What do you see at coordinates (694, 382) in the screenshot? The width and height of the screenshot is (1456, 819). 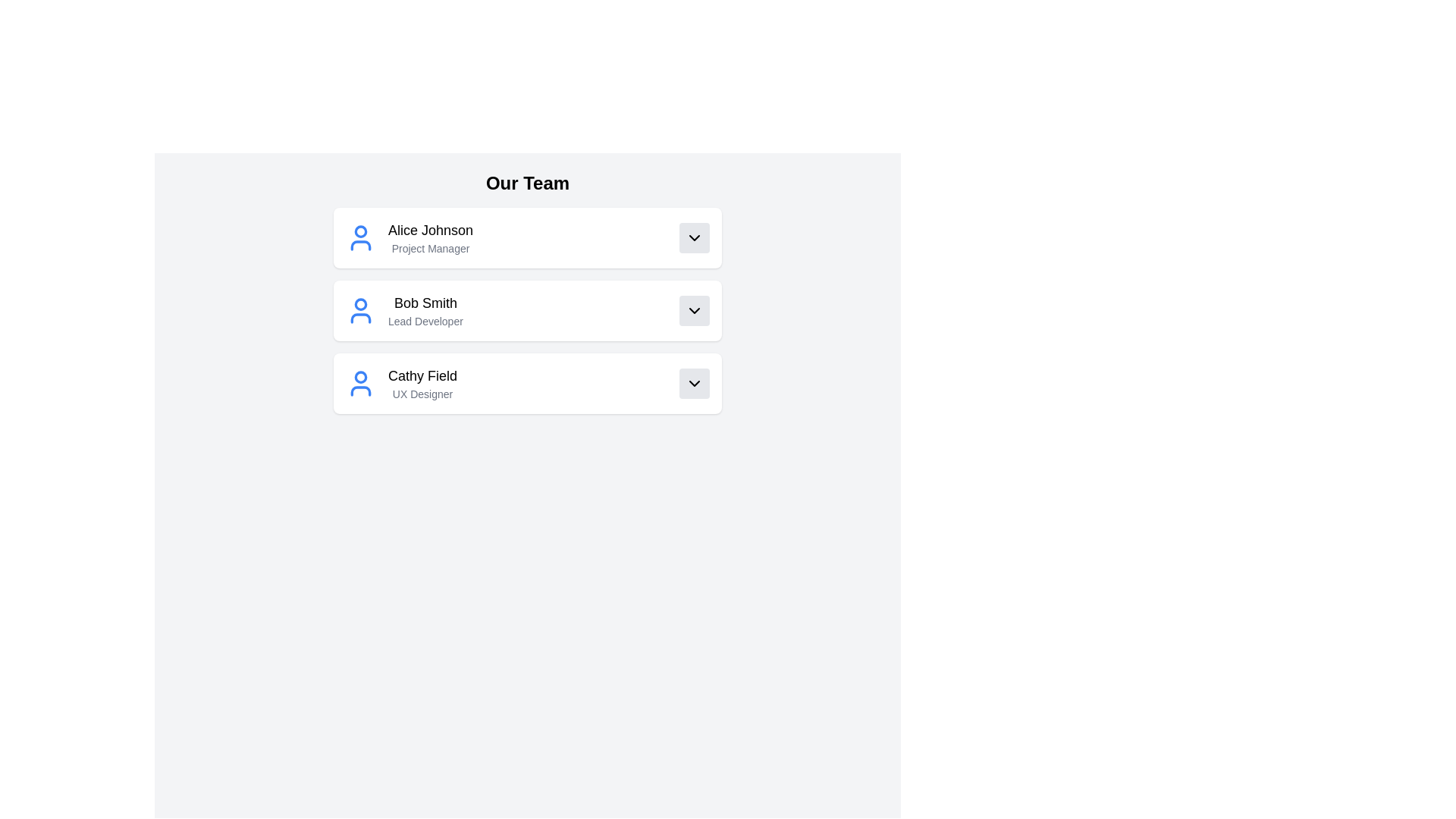 I see `the dropdown button located at the far right of the row containing 'Cathy Field's' profile` at bounding box center [694, 382].